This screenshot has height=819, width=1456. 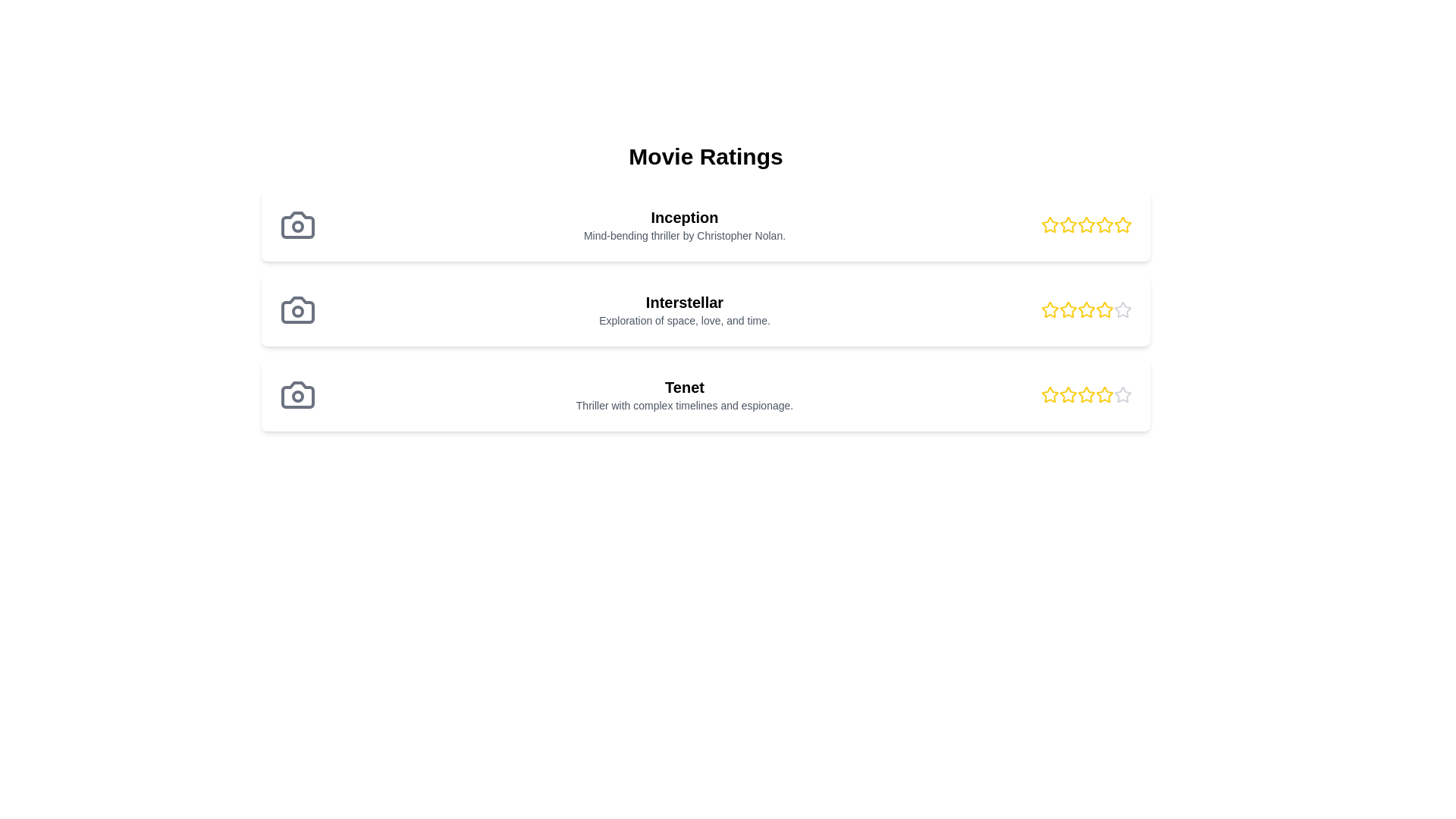 I want to click on the third star-shaped icon in the Rating Star Indicator for the 'Tenet' section to rate it, so click(x=1068, y=394).